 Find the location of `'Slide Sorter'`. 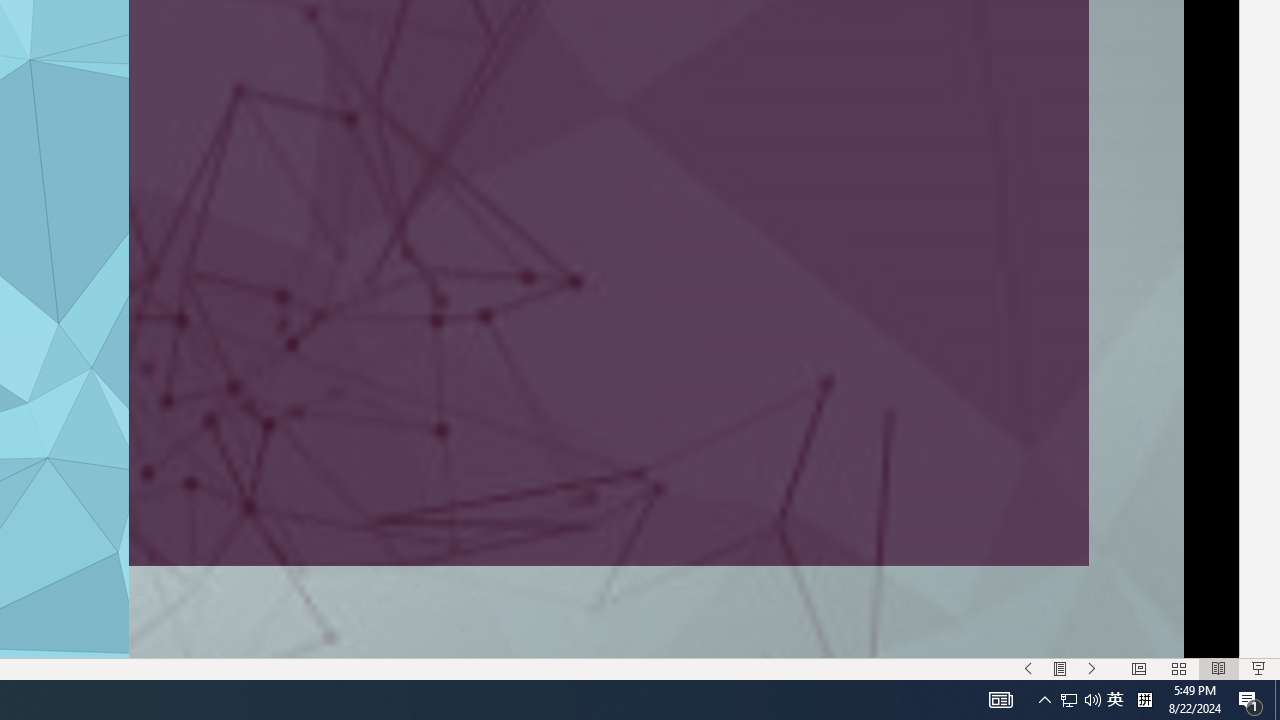

'Slide Sorter' is located at coordinates (1178, 669).